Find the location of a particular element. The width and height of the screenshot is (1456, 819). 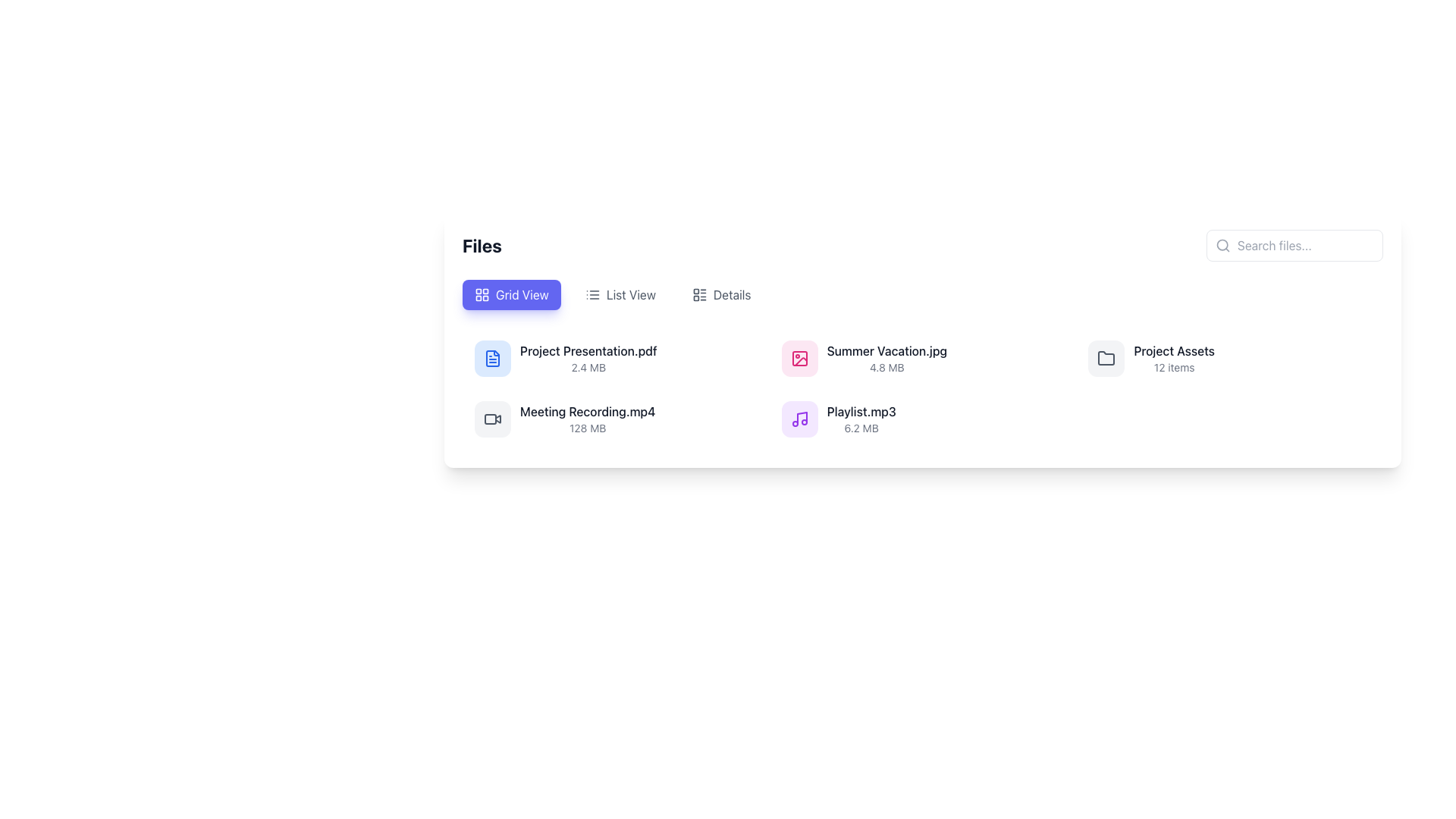

the file entry row located is located at coordinates (616, 419).